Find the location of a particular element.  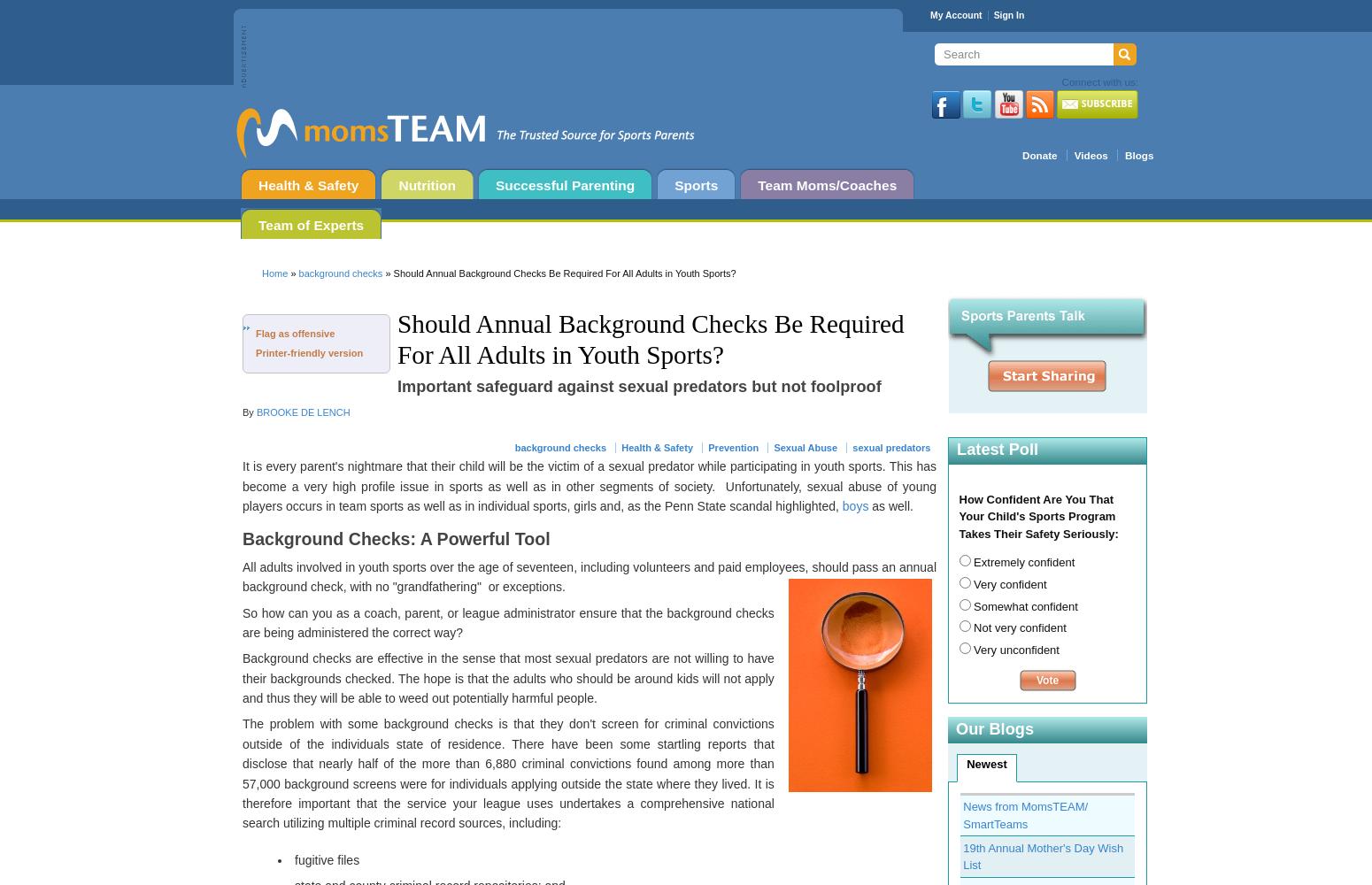

'Team of Experts' is located at coordinates (310, 225).